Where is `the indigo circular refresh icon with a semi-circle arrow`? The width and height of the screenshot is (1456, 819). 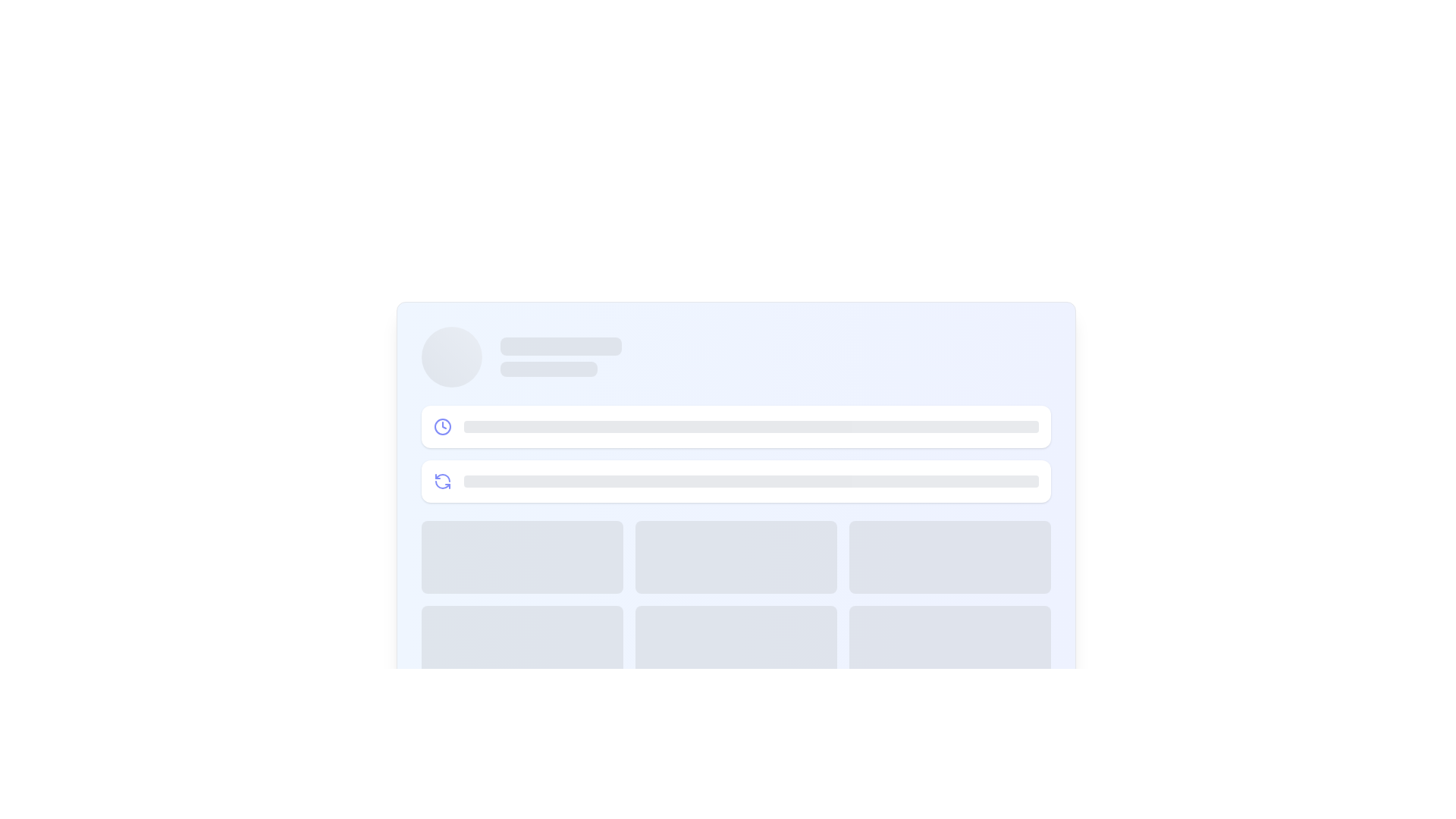 the indigo circular refresh icon with a semi-circle arrow is located at coordinates (441, 482).